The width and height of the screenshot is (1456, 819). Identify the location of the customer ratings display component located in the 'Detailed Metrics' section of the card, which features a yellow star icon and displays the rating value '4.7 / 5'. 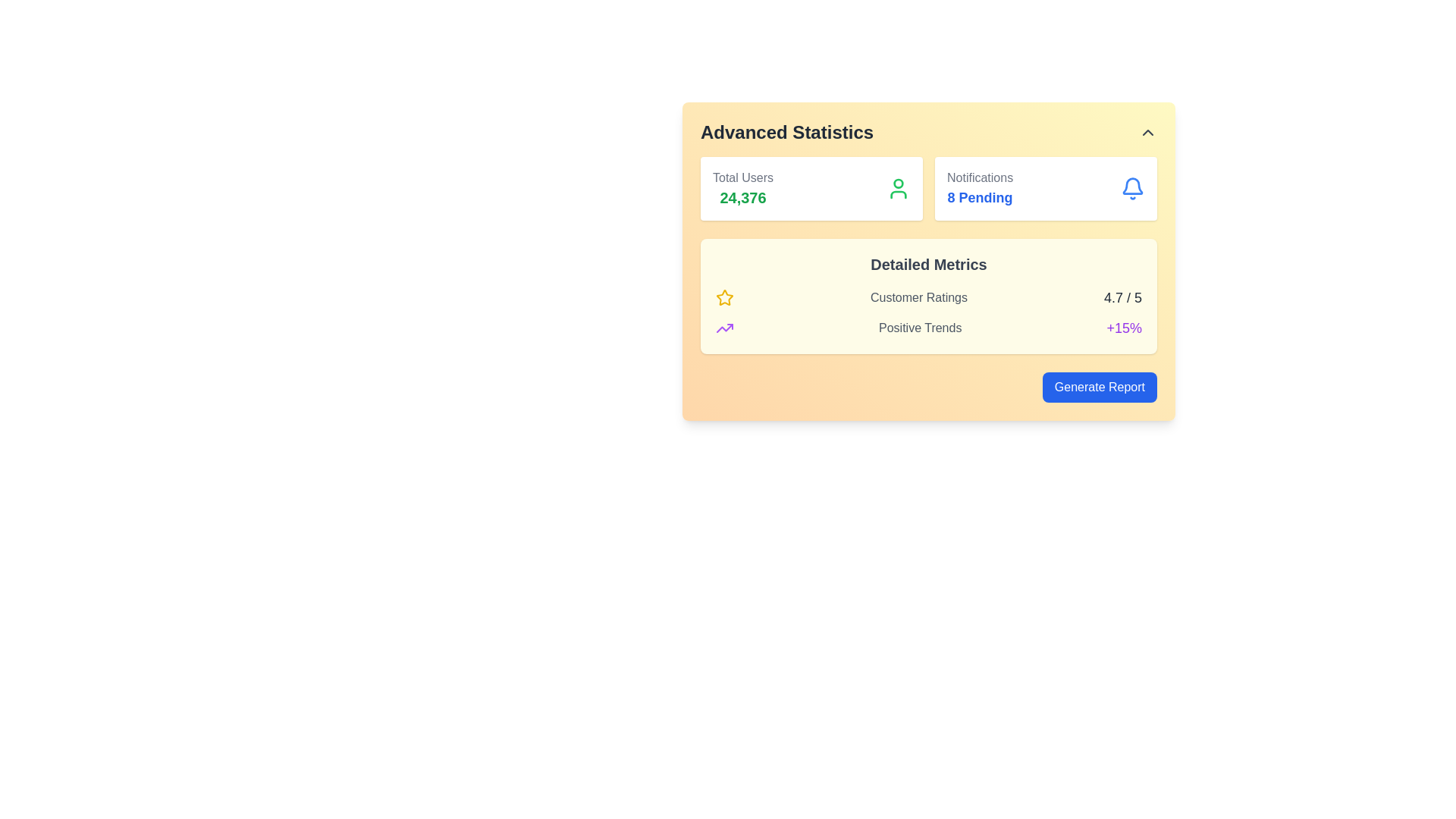
(927, 298).